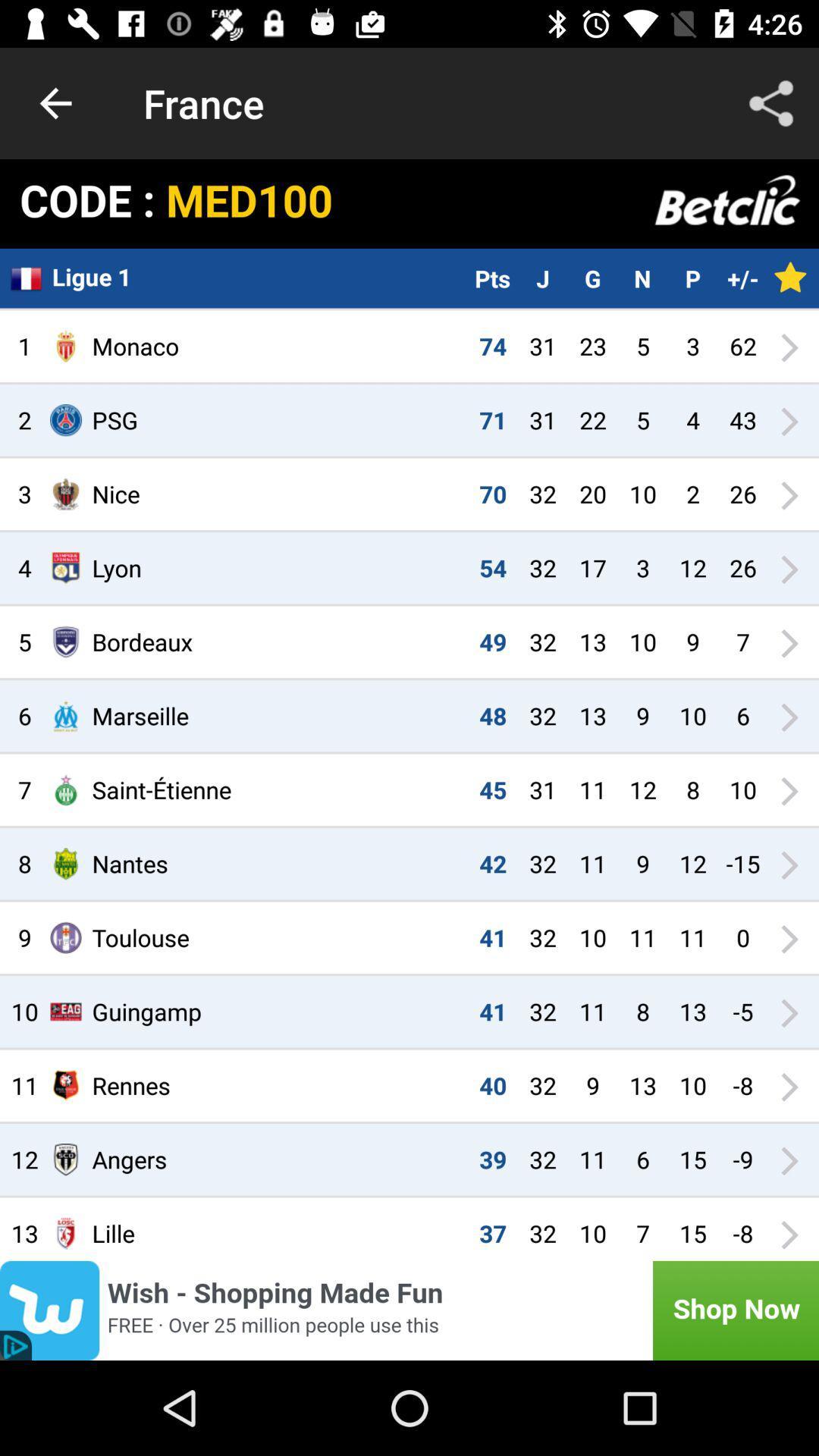 This screenshot has height=1456, width=819. Describe the element at coordinates (409, 1310) in the screenshot. I see `click discriiption` at that location.